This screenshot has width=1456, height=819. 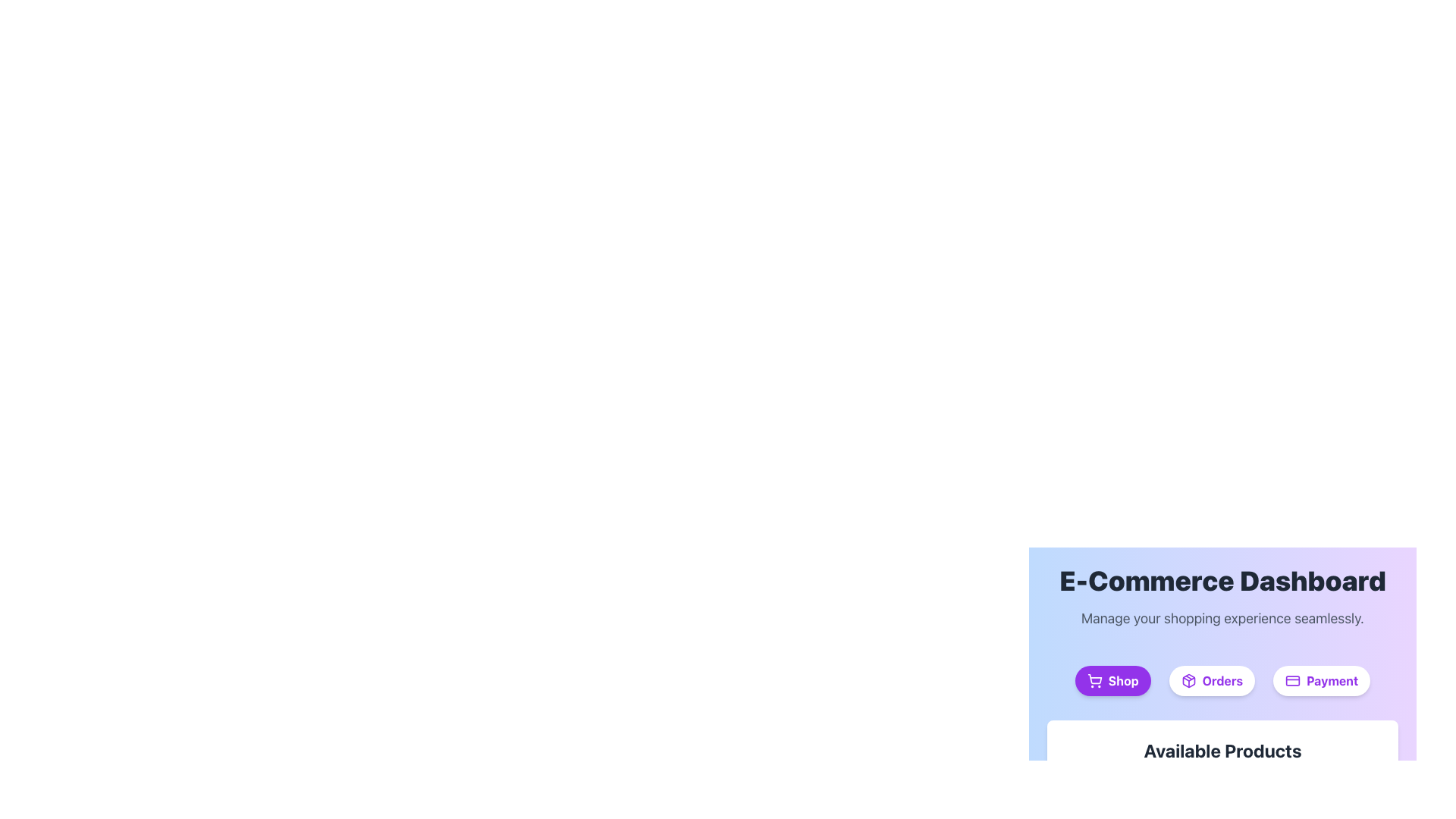 I want to click on the interactive title section that displays 'E-Commerce Dashboard' and its subtitle 'Manage your shopping experience seamlessly.' This section is prominently styled and located at the top of the interface, so click(x=1222, y=596).